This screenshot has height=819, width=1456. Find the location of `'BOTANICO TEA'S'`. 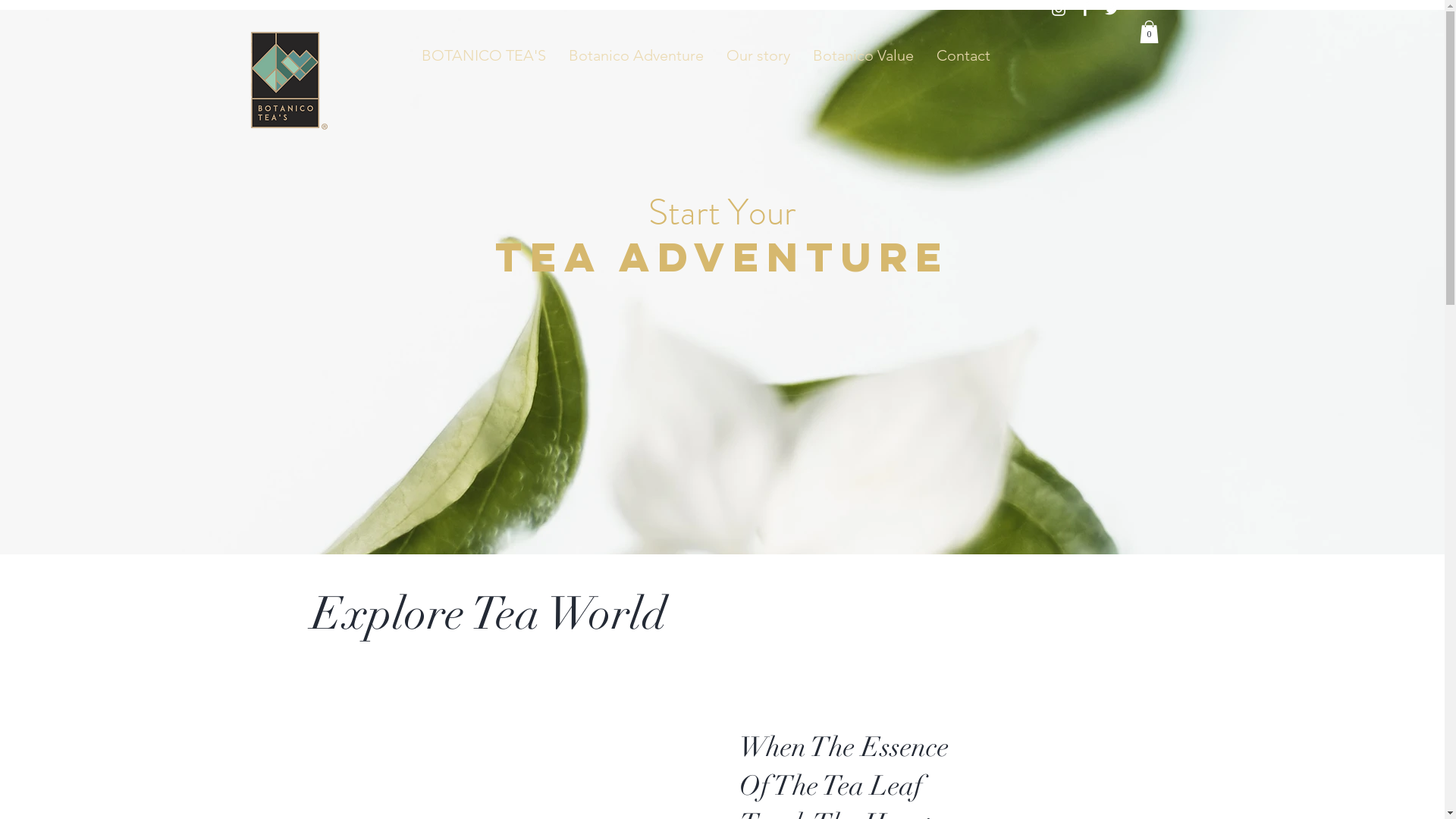

'BOTANICO TEA'S' is located at coordinates (483, 55).